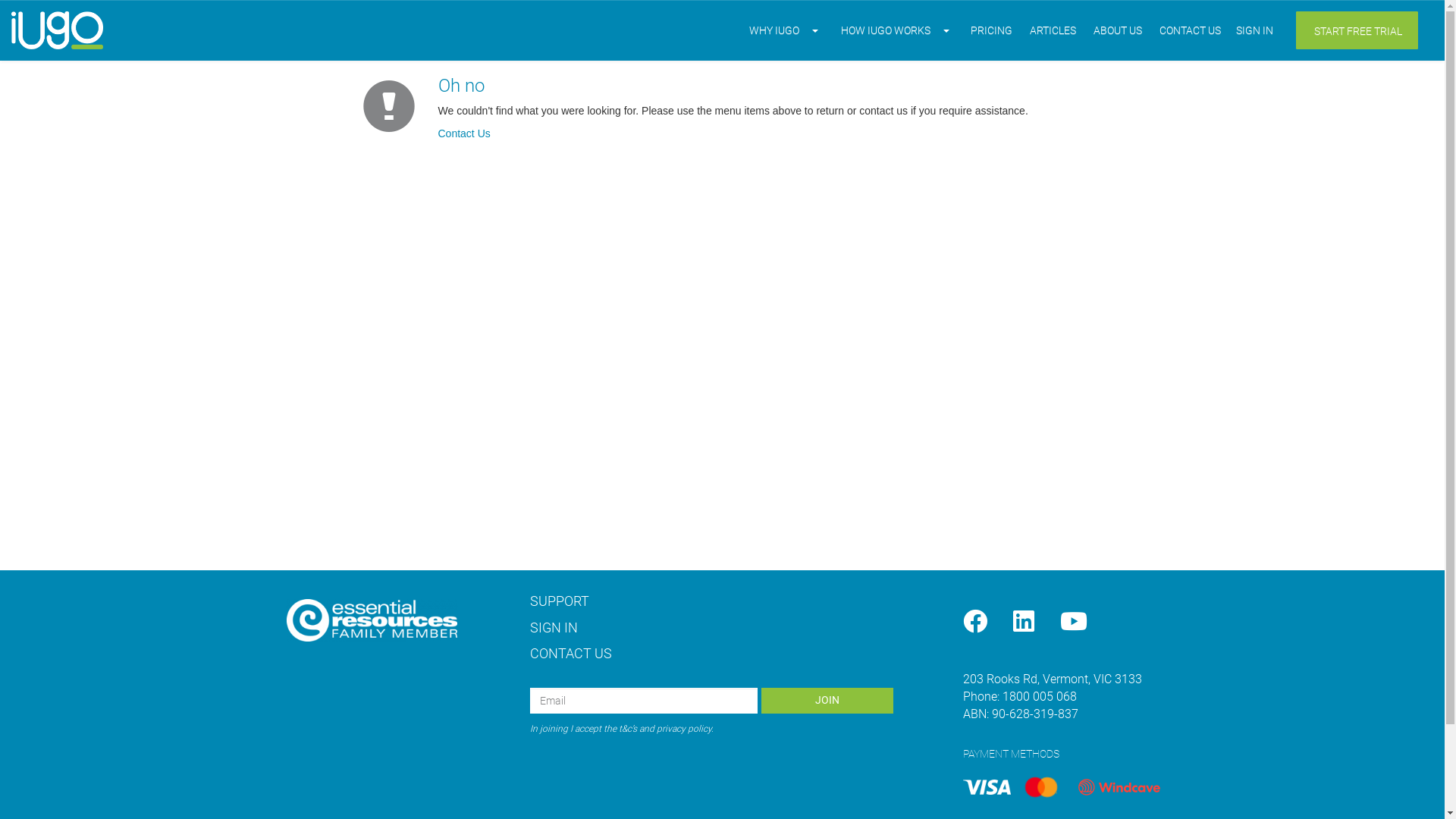  I want to click on 'SIGN IN', so click(553, 627).